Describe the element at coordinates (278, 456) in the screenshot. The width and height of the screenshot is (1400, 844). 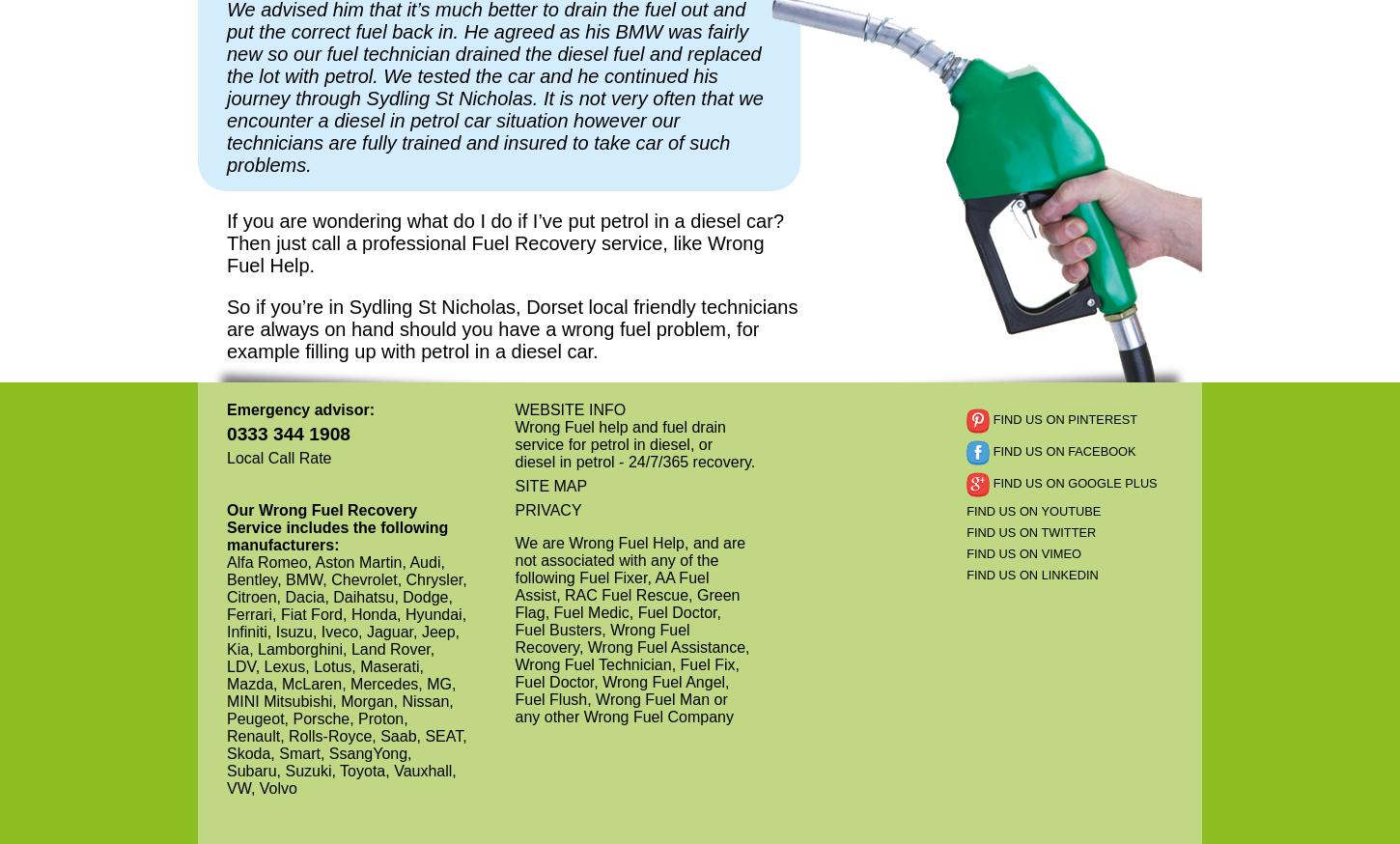
I see `'Local Call Rate'` at that location.